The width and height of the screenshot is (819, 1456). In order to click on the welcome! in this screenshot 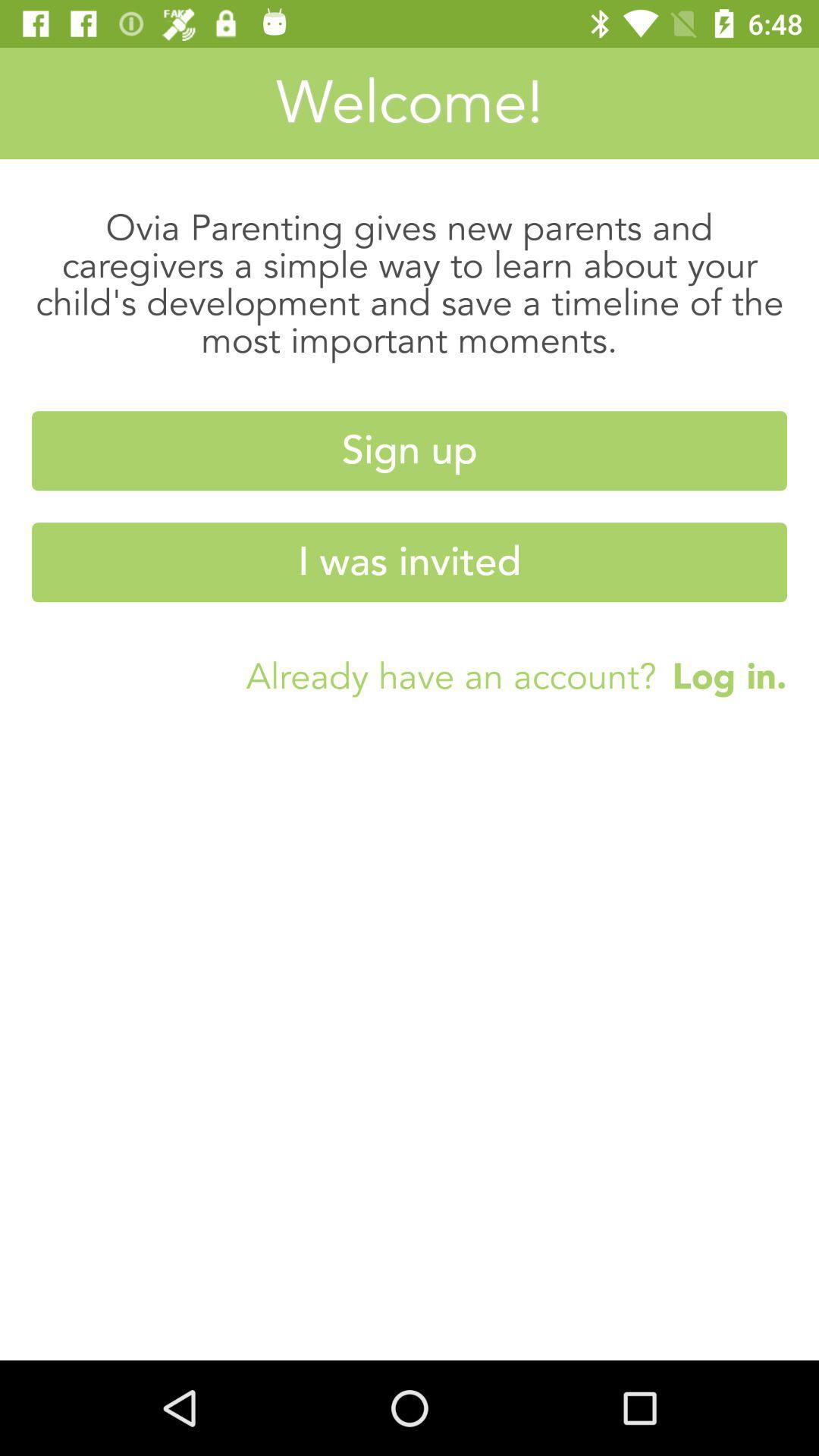, I will do `click(409, 102)`.